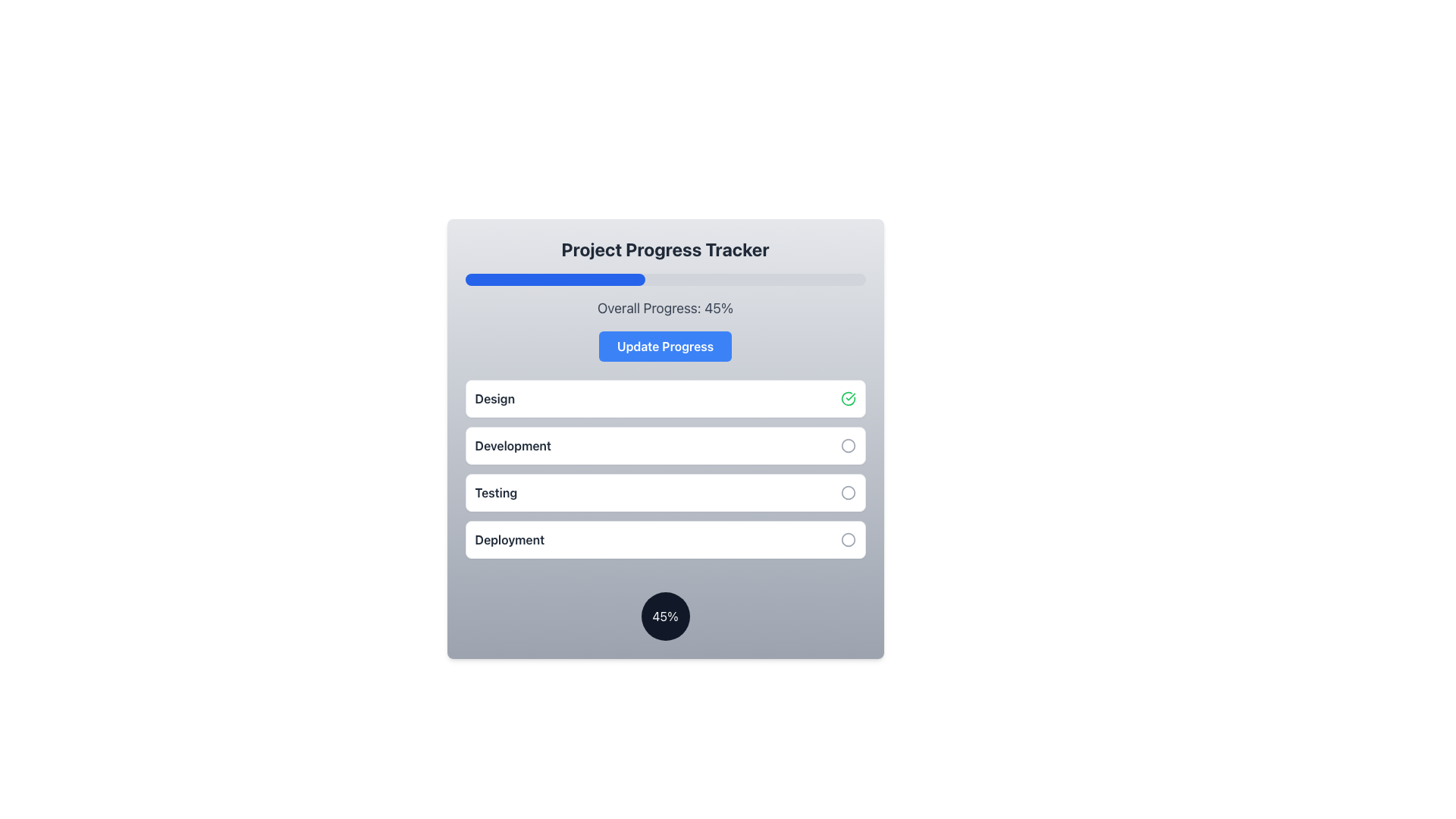 Image resolution: width=1456 pixels, height=819 pixels. Describe the element at coordinates (847, 493) in the screenshot. I see `the third status icon in the 'Testing' row of the list, which indicates a particular standing or state in a progress tracker` at that location.